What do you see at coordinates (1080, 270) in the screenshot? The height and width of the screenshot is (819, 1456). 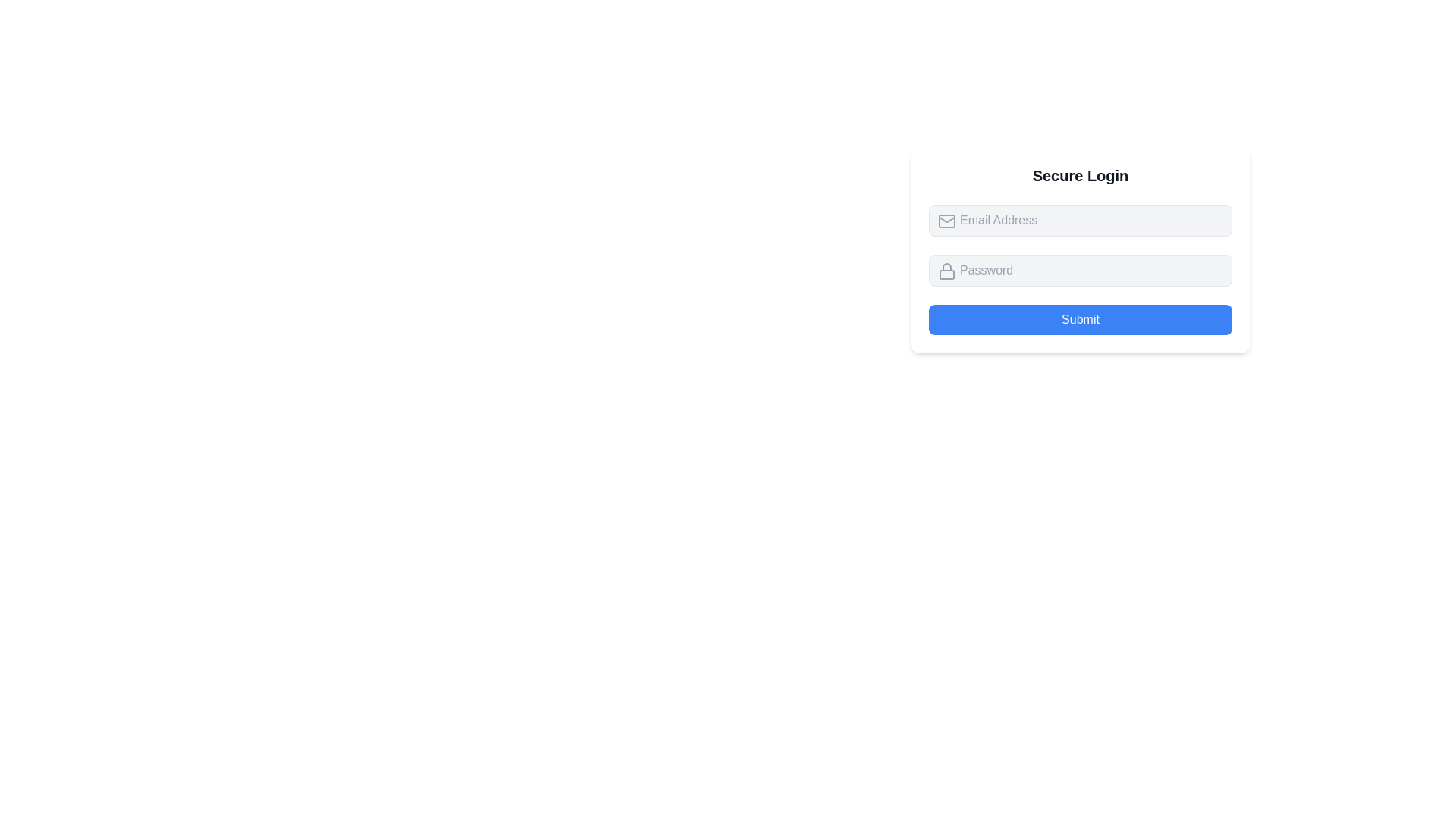 I see `the Password input field, which is the second field in the login form, located below the 'Email Address' field and above the 'Submit' button, to trigger visual responses` at bounding box center [1080, 270].